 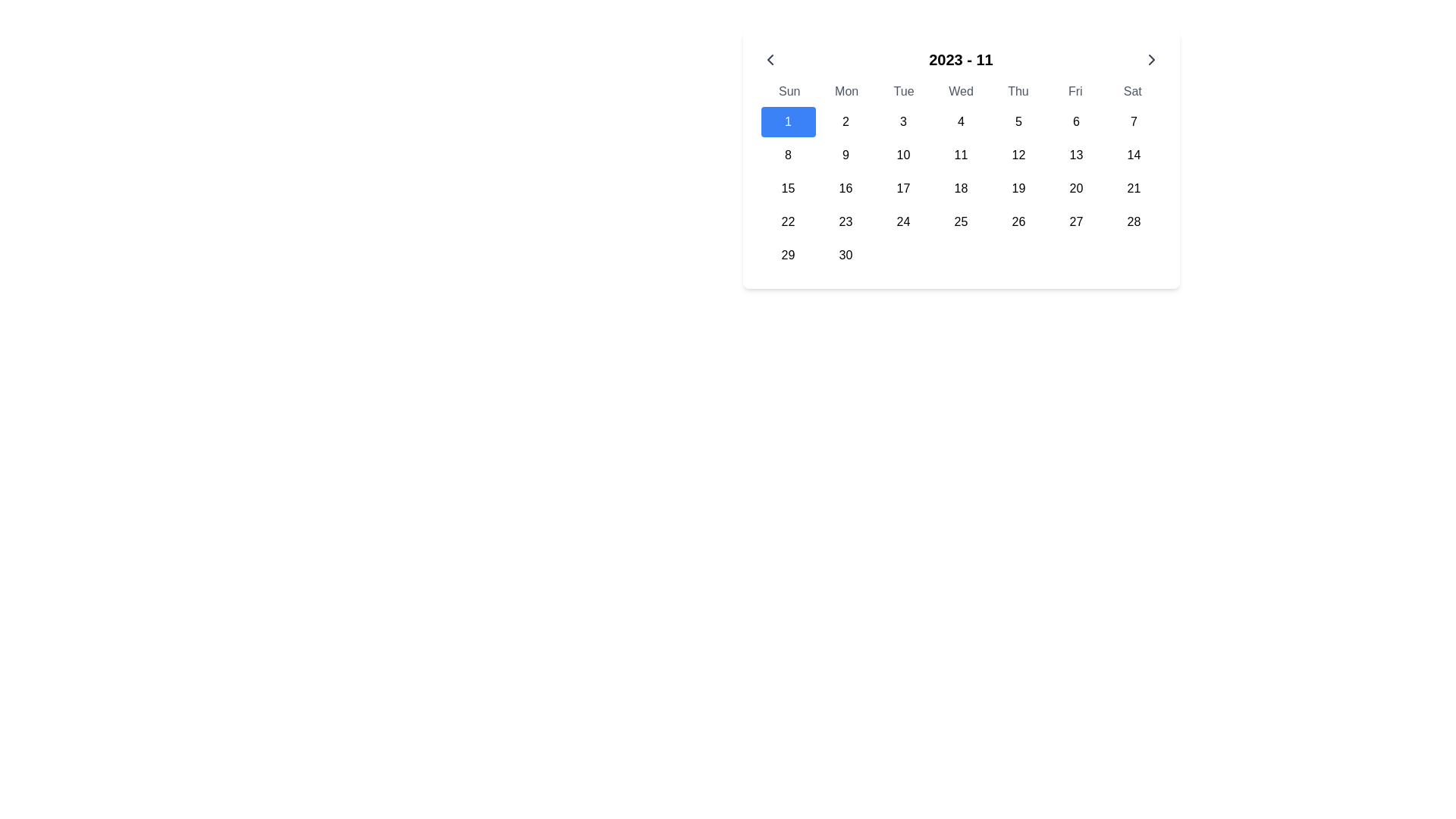 I want to click on the clickable date button displaying the number '18' in a calendar view, so click(x=960, y=188).